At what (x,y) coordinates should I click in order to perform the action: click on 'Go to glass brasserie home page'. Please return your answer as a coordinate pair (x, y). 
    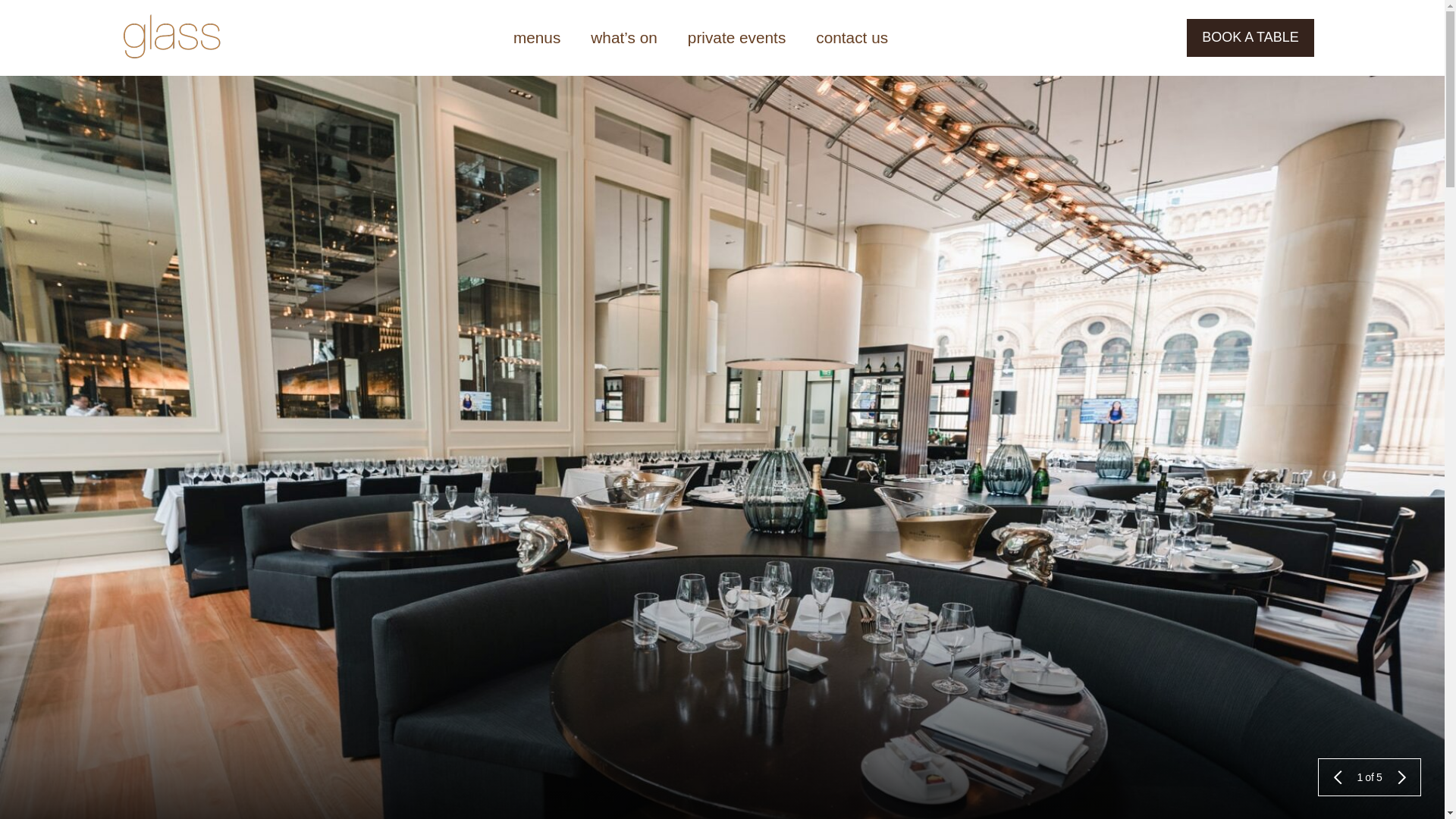
    Looking at the image, I should click on (123, 37).